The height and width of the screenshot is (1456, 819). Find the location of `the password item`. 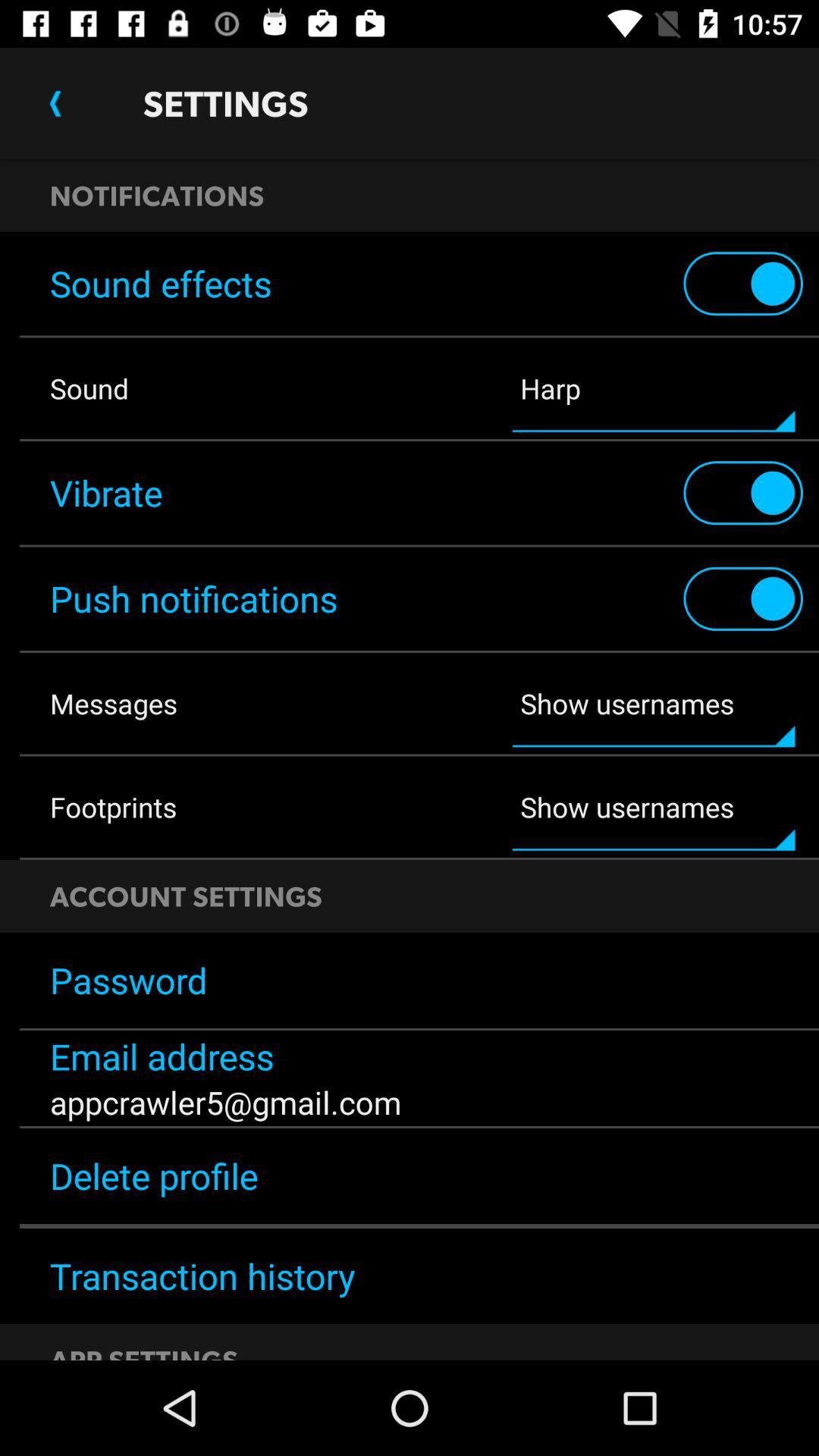

the password item is located at coordinates (409, 980).